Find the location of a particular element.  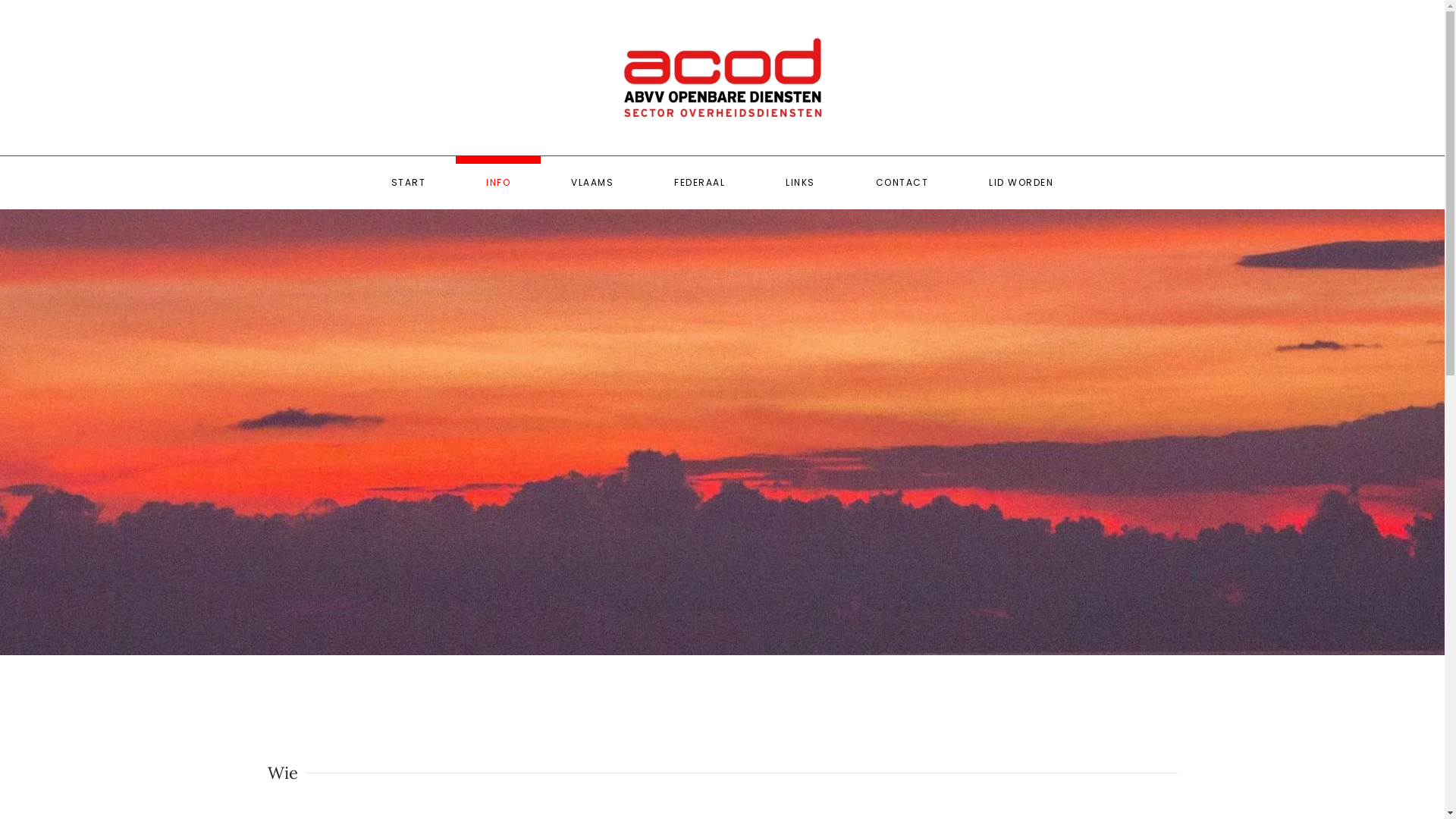

'LID WORDEN' is located at coordinates (1021, 181).